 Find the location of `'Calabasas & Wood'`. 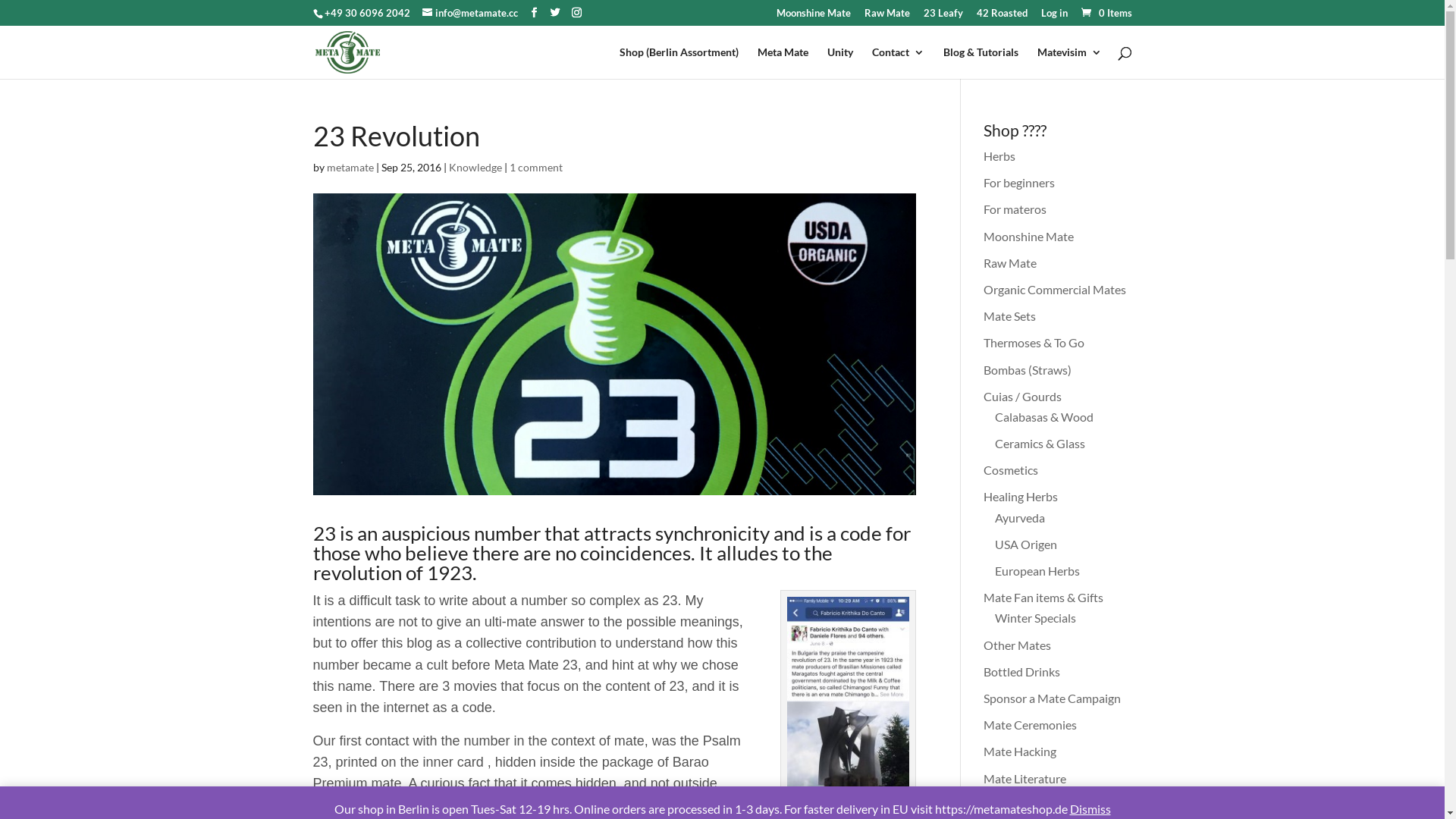

'Calabasas & Wood' is located at coordinates (1043, 416).